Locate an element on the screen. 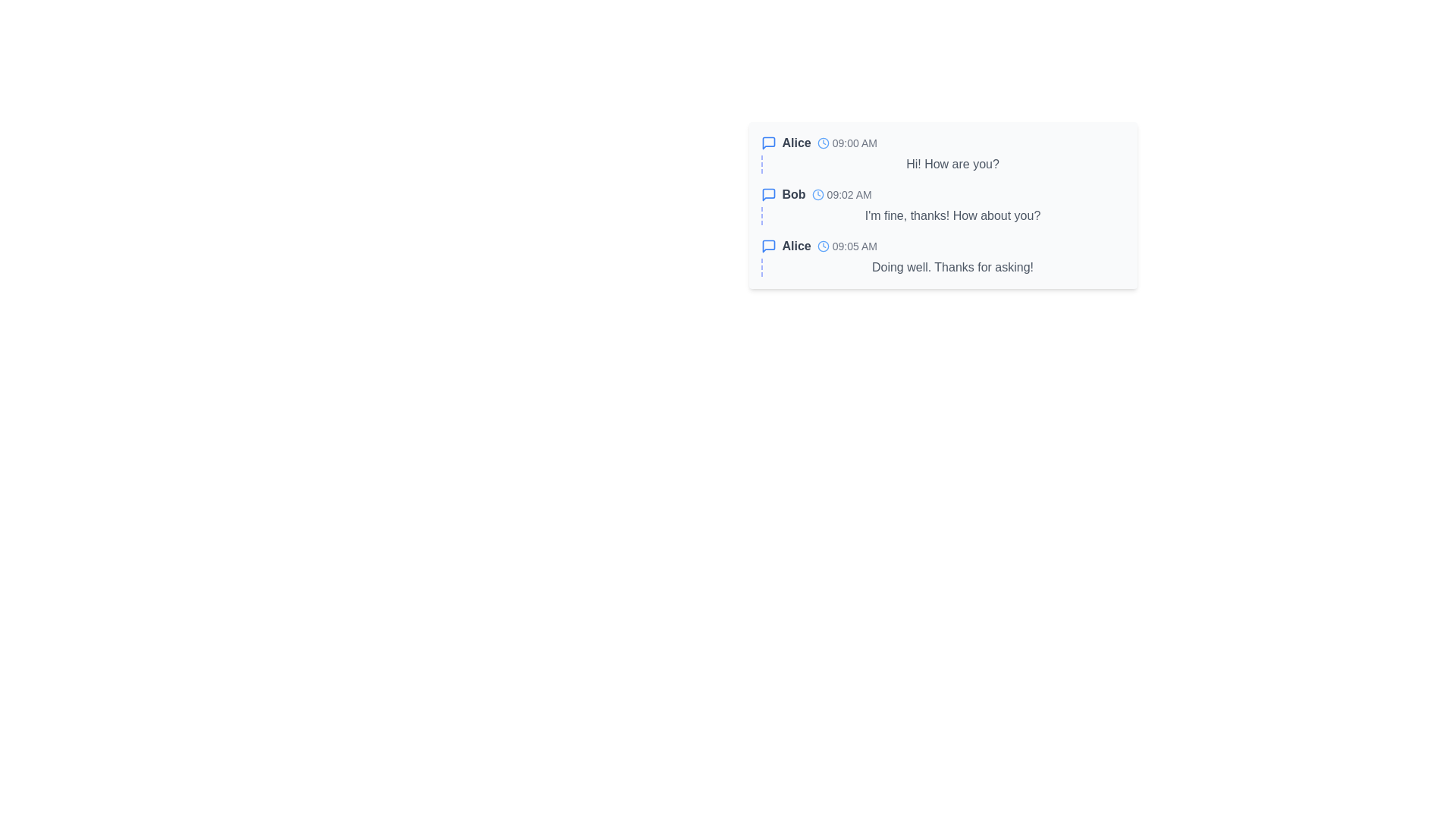 The image size is (1456, 819). the chat message content sent by the user 'Bob' at 09:02 AM is located at coordinates (942, 216).